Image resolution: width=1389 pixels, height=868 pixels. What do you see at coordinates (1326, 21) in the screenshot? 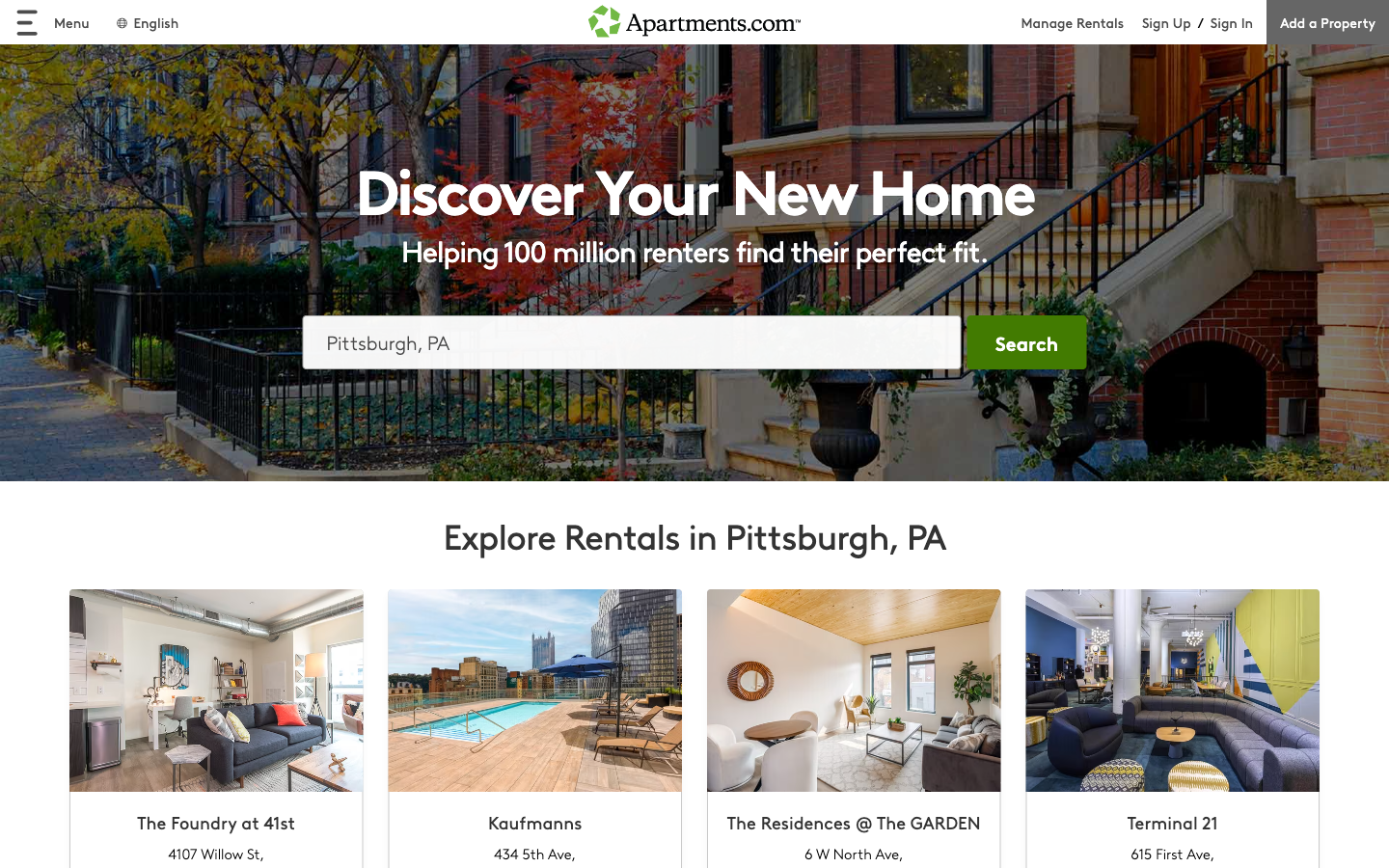
I see `the process to add a new property` at bounding box center [1326, 21].